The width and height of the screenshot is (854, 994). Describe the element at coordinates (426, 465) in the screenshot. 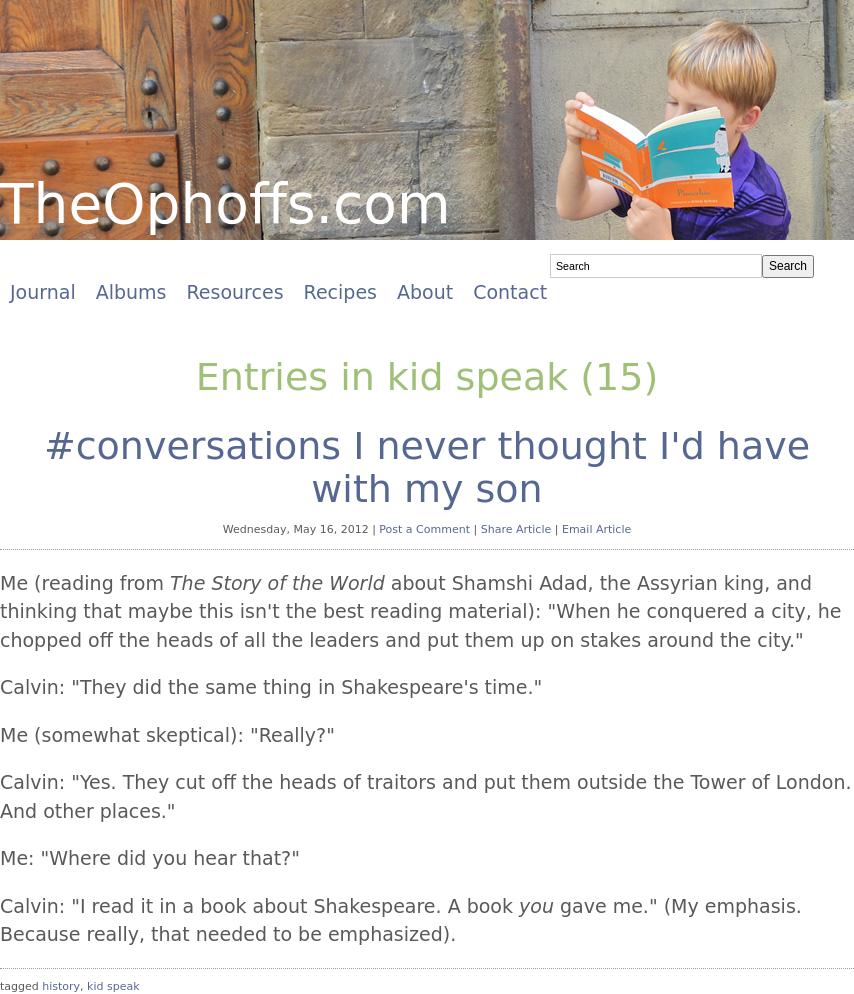

I see `'#conversations I never thought I'd have with my son'` at that location.